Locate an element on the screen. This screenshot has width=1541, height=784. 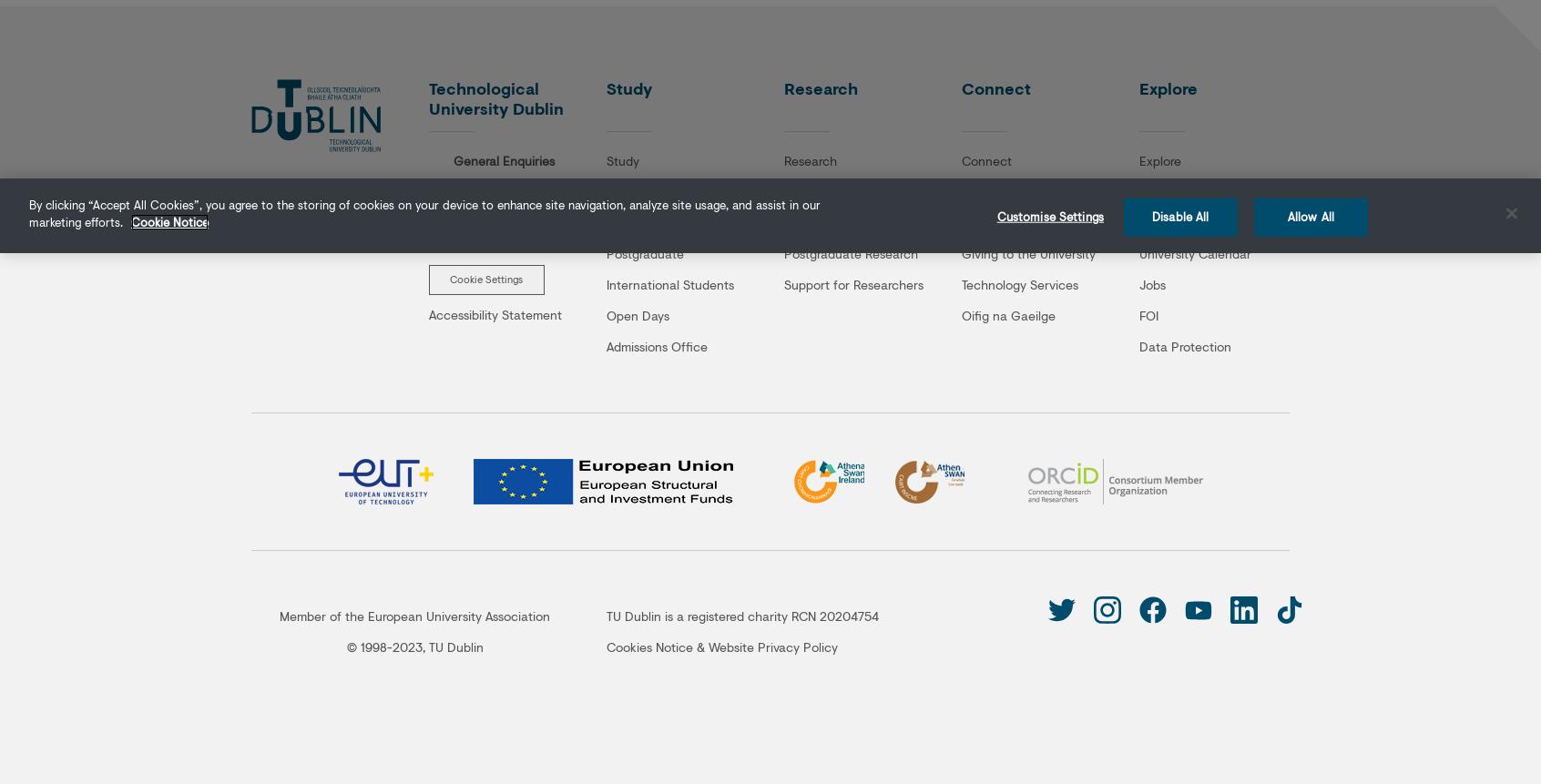
'CAO Hub' is located at coordinates (633, 220).